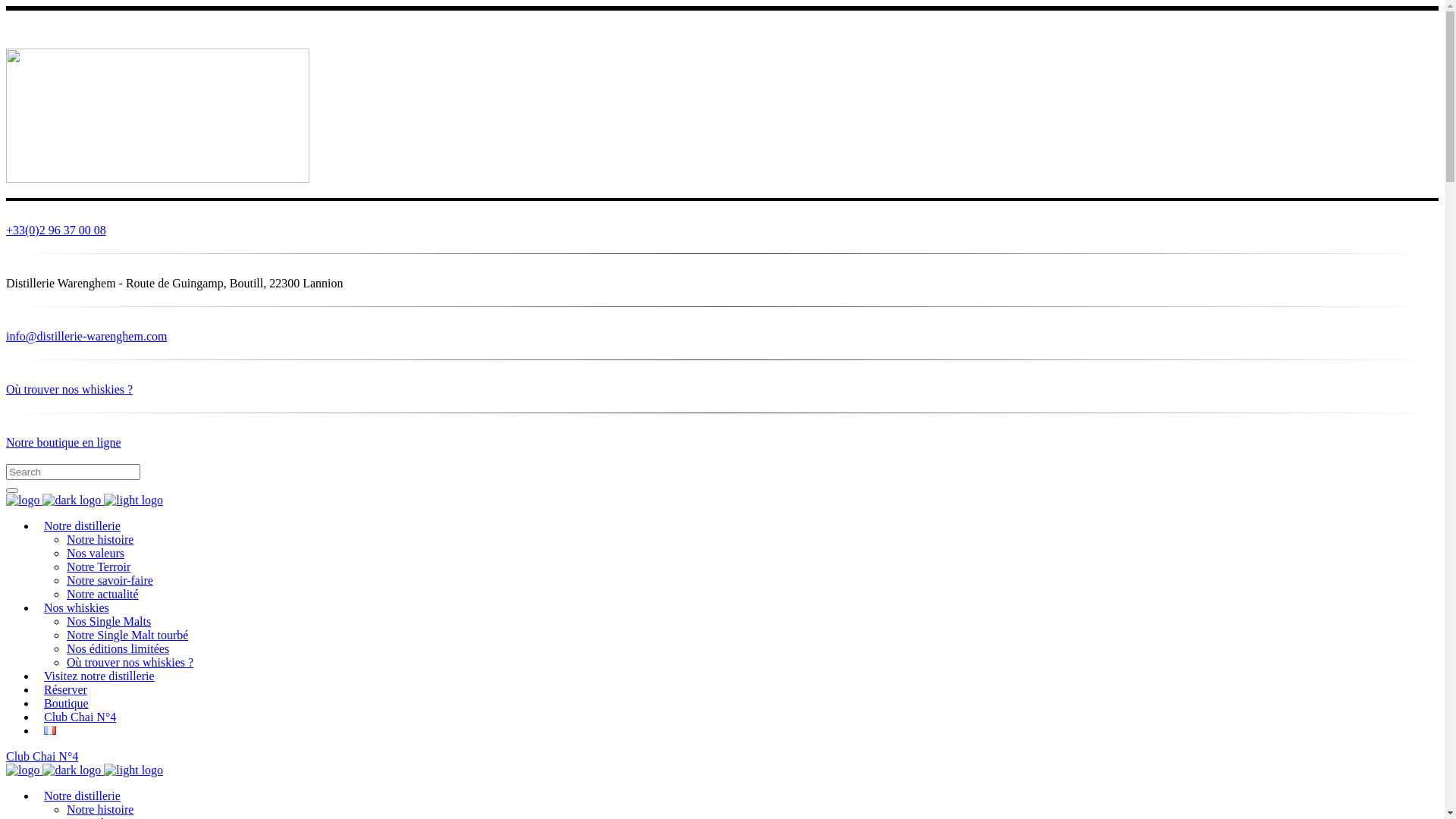 The width and height of the screenshot is (1456, 819). Describe the element at coordinates (721, 234) in the screenshot. I see `'+33(0)2 96 37 00 08'` at that location.